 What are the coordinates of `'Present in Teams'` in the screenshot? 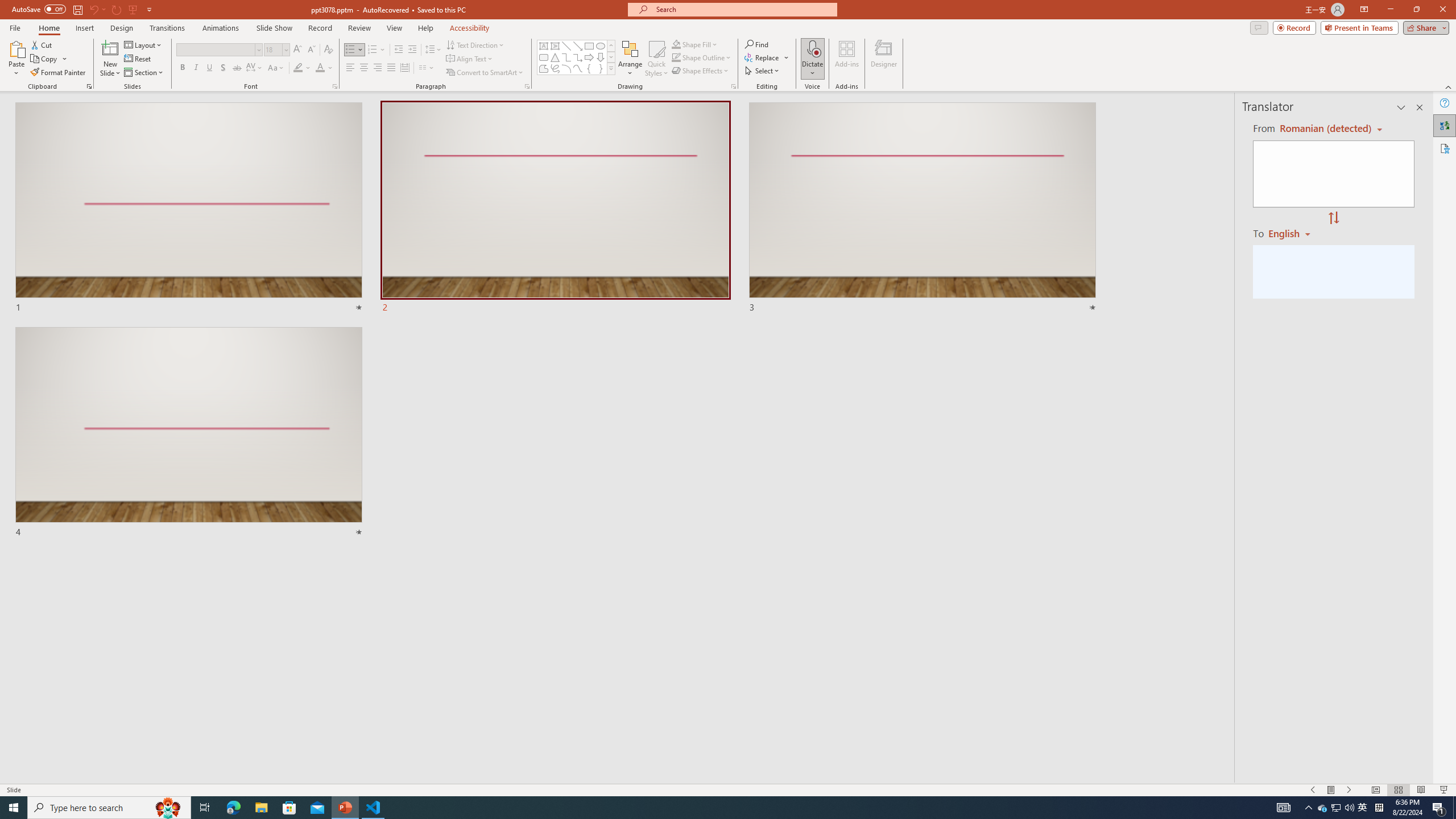 It's located at (1359, 27).